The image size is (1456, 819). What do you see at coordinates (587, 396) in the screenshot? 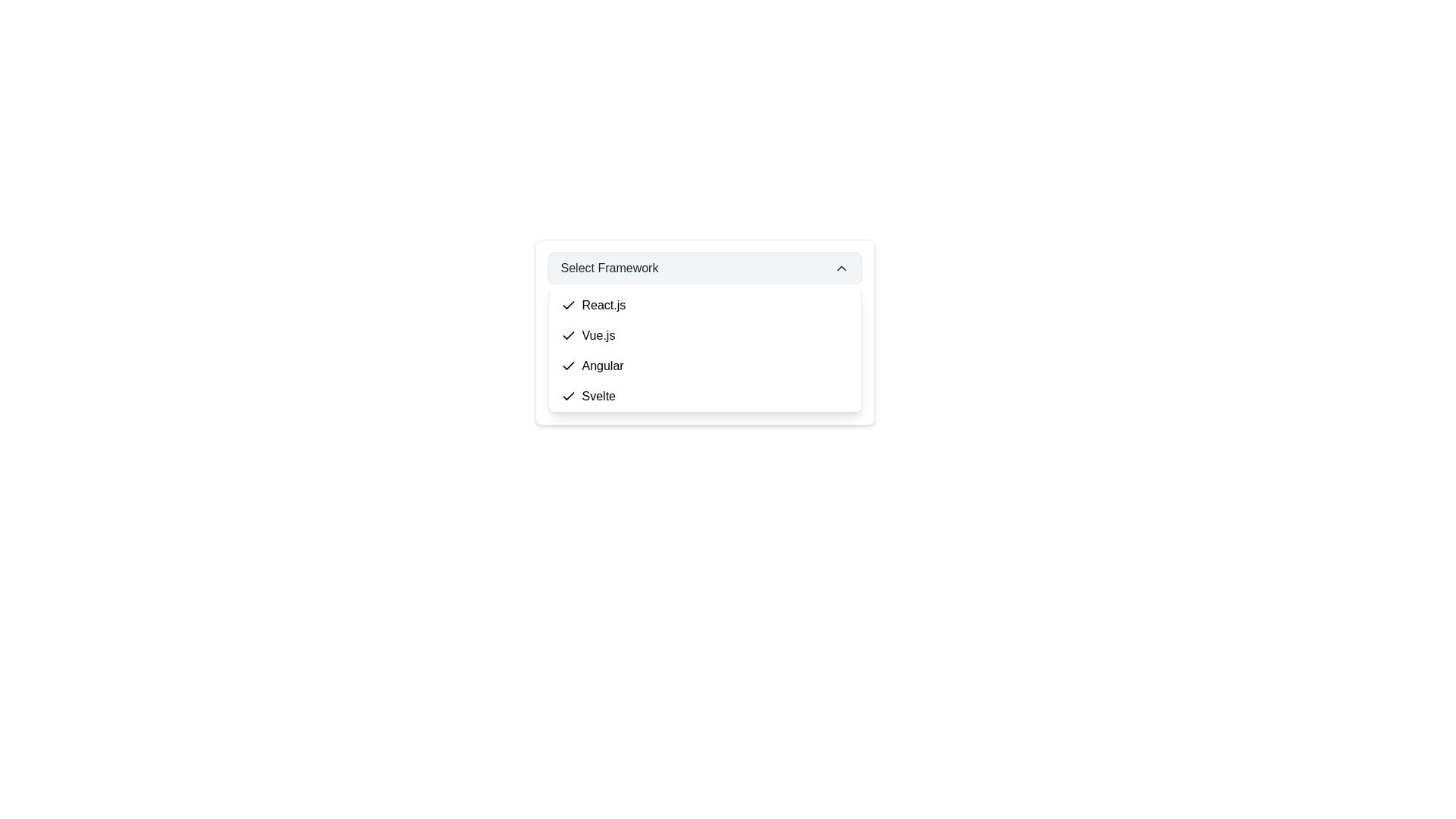
I see `the 'Svelte' option in the dropdown menu titled 'Select Framework' to modify the selection, as indicated by its accompanying checkmark icon` at bounding box center [587, 396].